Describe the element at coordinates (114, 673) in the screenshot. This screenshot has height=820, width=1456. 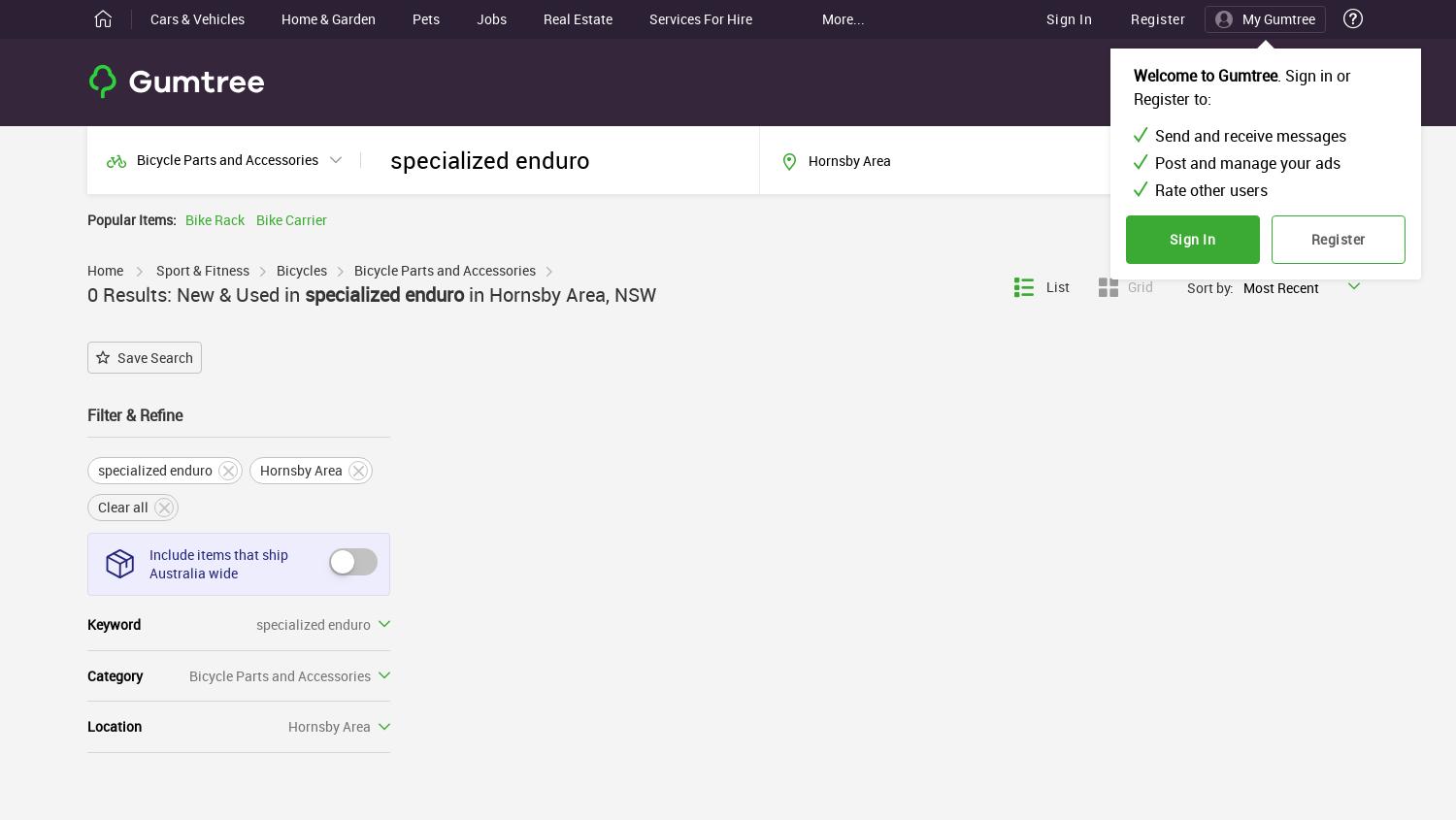
I see `'Category'` at that location.